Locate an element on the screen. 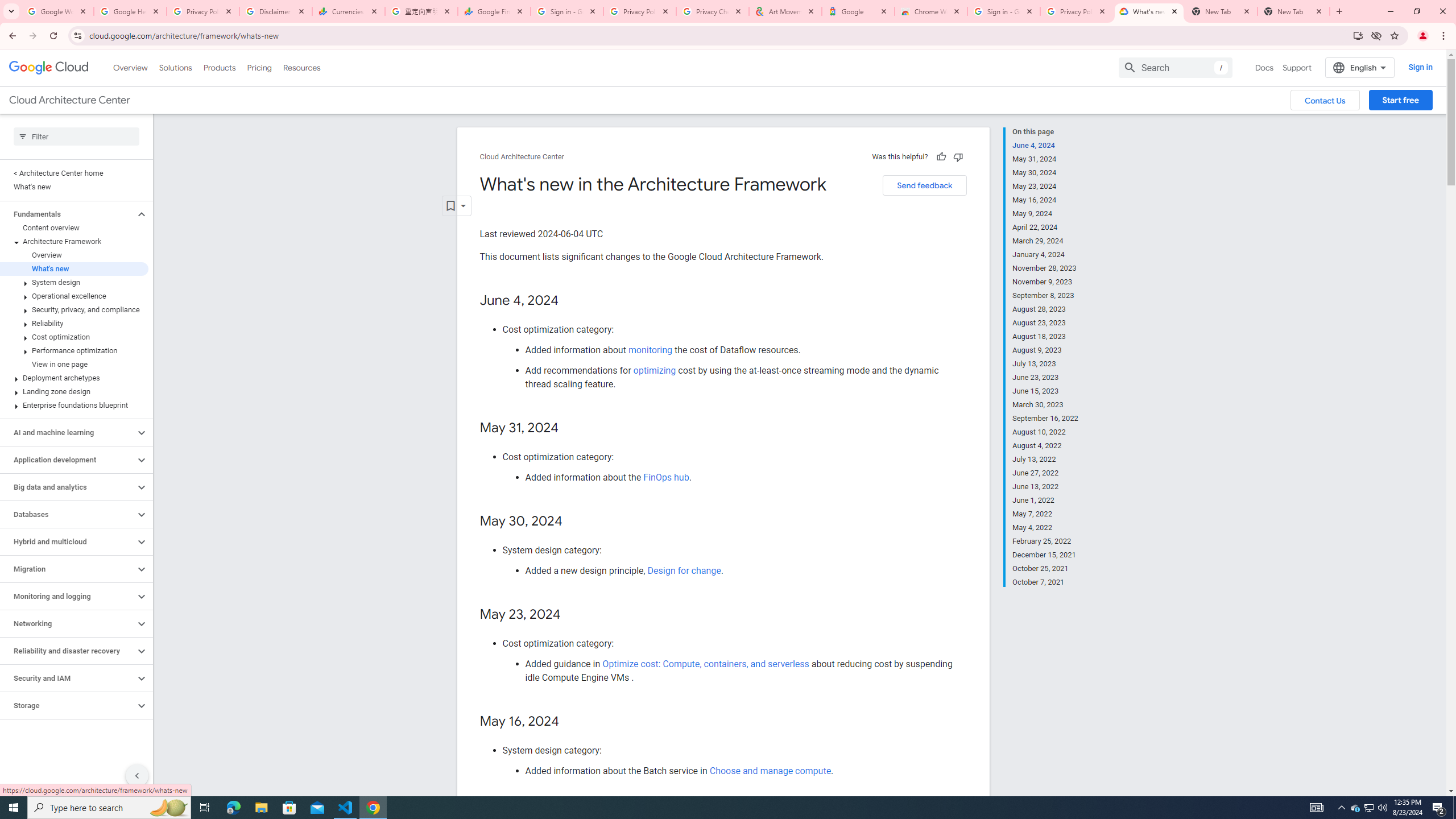  'AI and machine learning' is located at coordinates (67, 433).